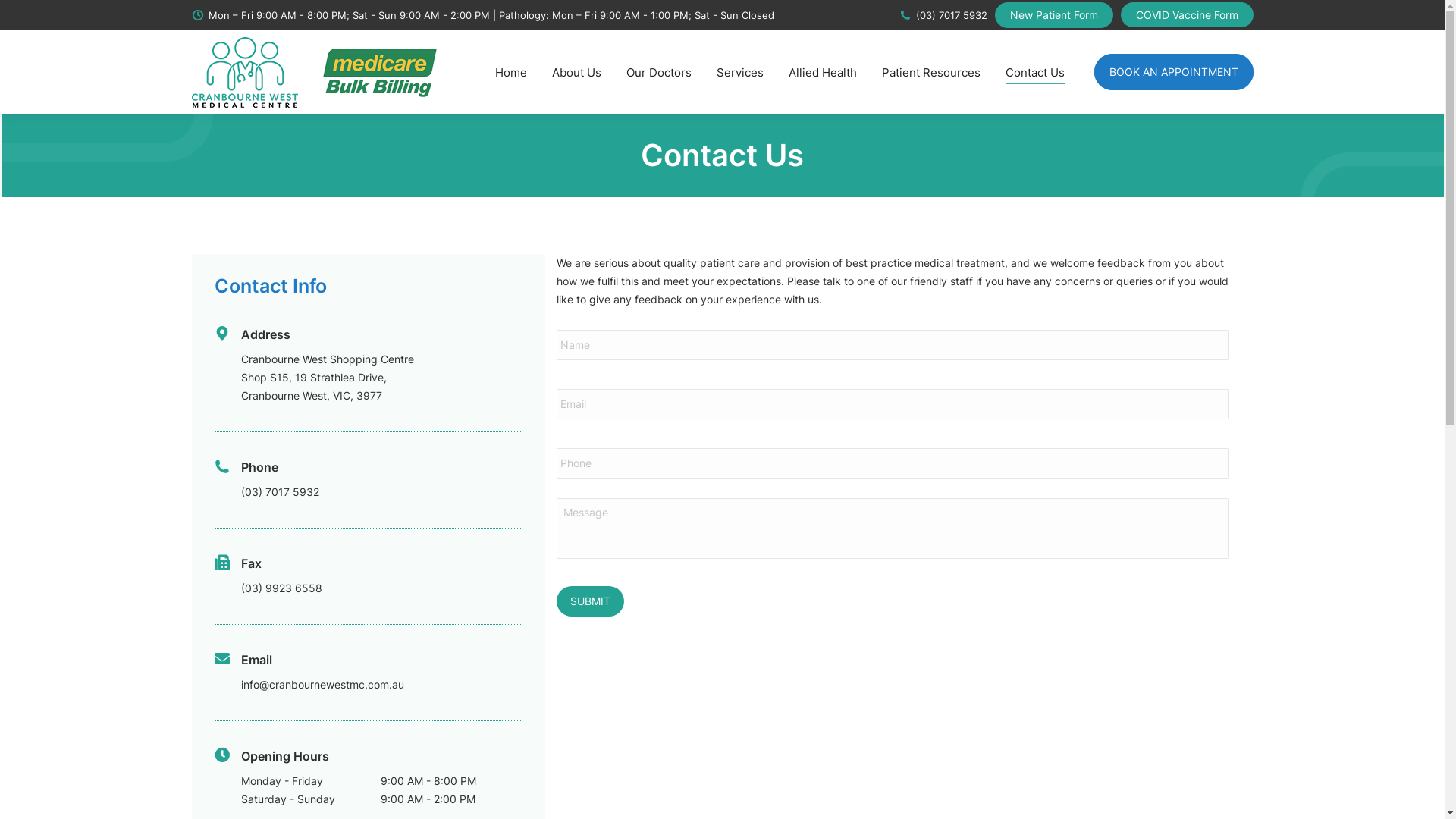 The image size is (1456, 819). I want to click on 'Allied Health', so click(821, 72).